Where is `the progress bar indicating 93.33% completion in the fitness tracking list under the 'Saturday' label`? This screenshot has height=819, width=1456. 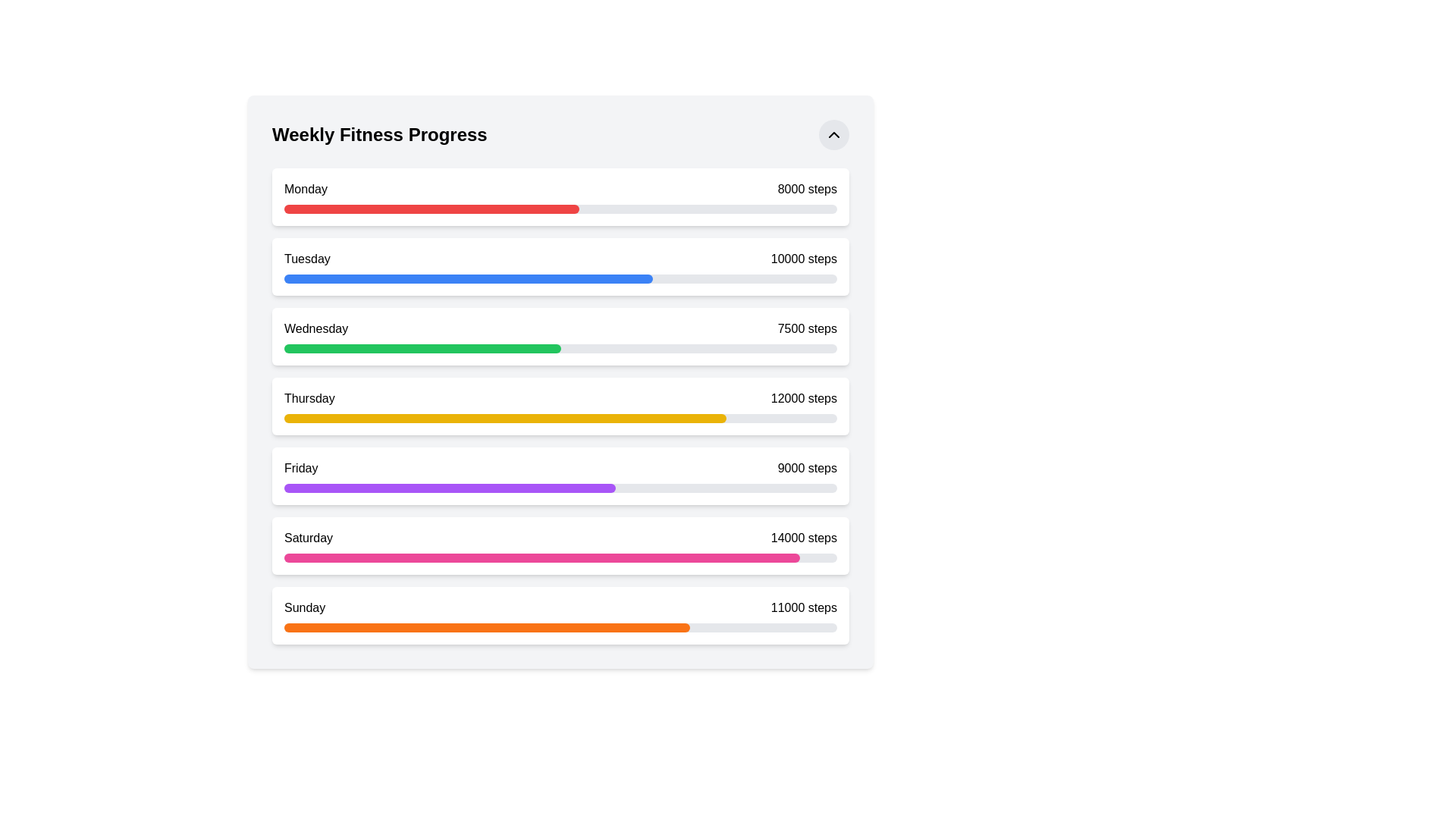
the progress bar indicating 93.33% completion in the fitness tracking list under the 'Saturday' label is located at coordinates (560, 558).